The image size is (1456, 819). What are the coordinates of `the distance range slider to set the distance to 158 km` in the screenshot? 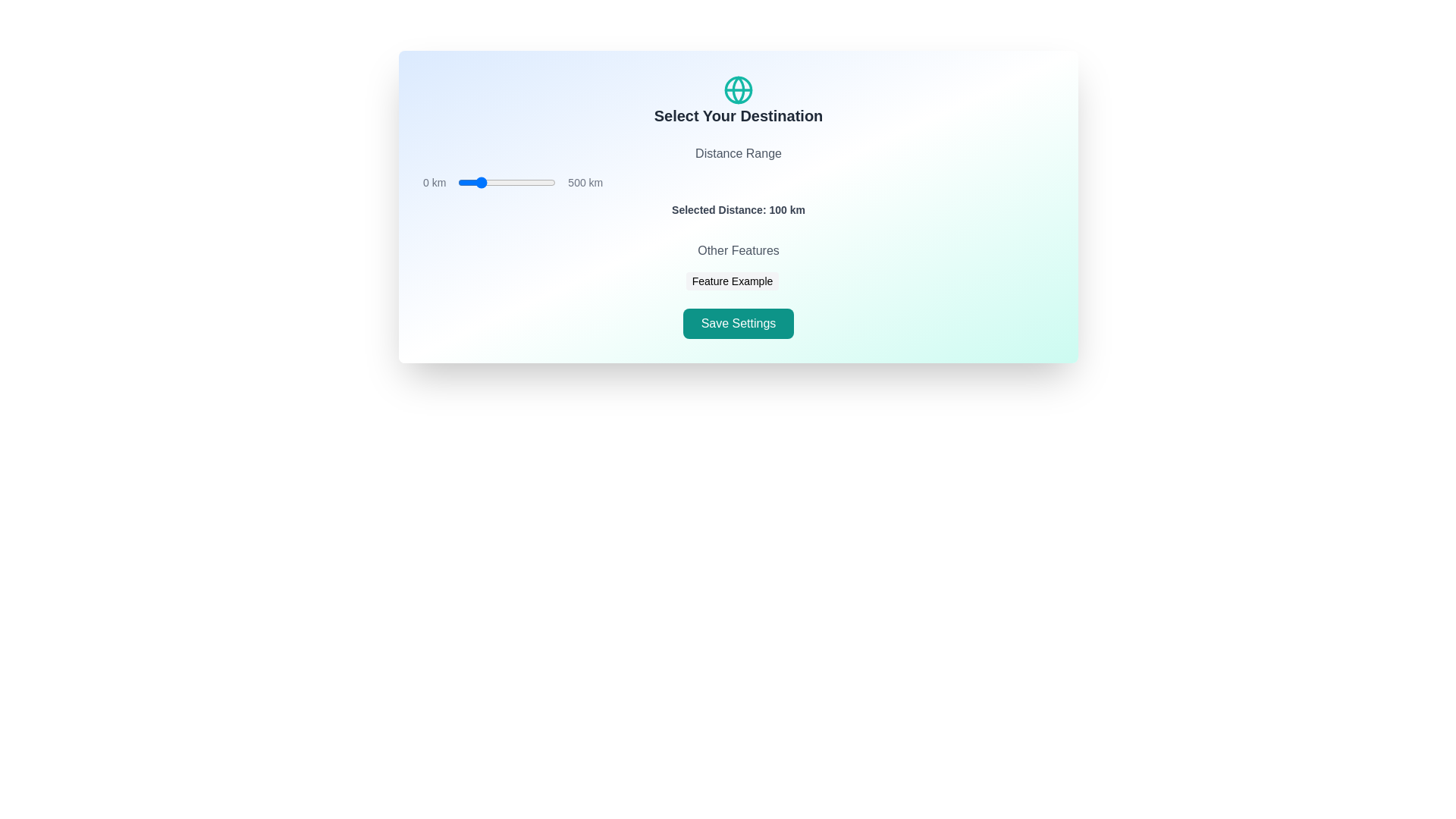 It's located at (489, 181).